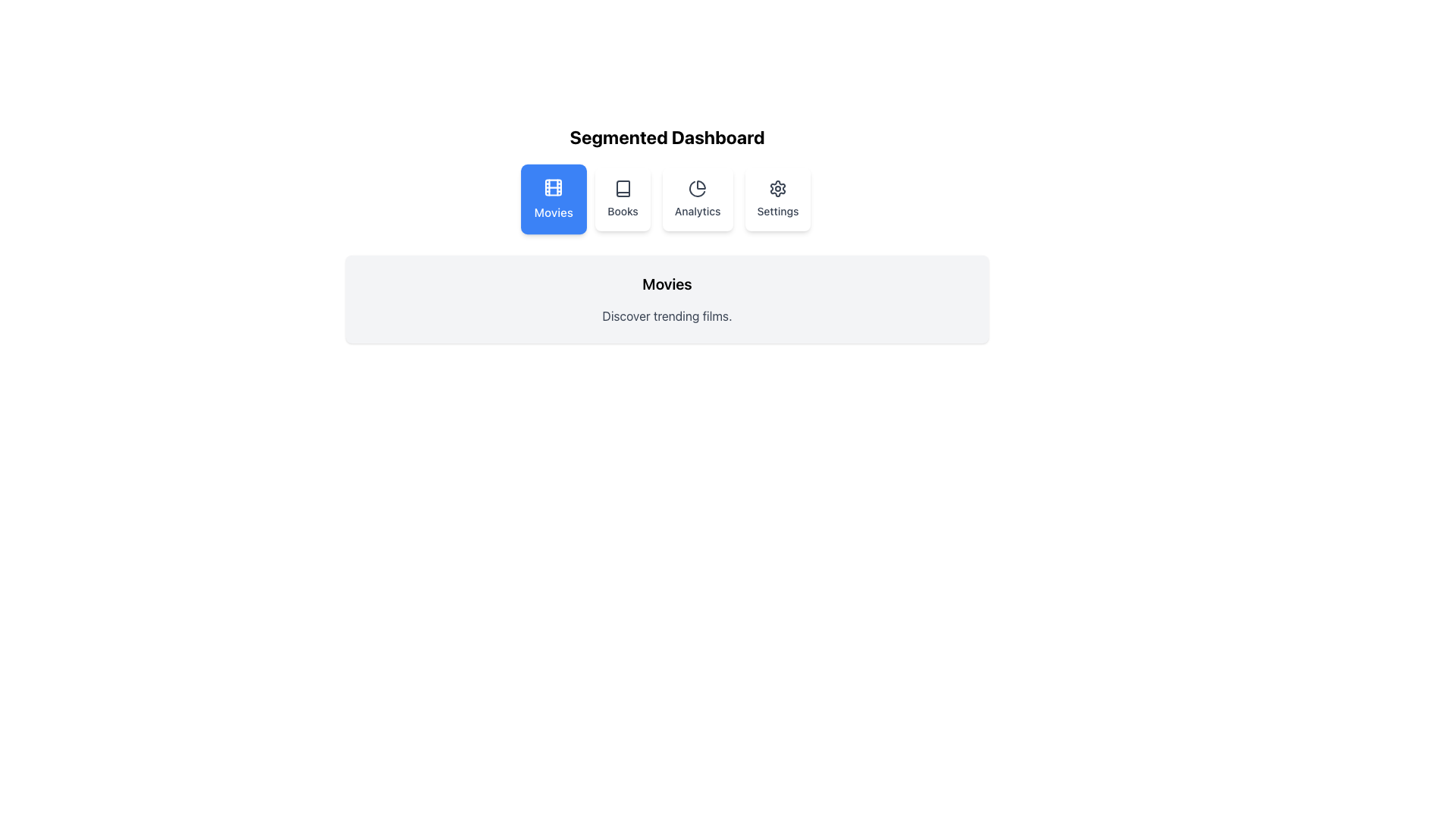  I want to click on the Decorative Rectangle located in the 'Movies' section of the segmented control, so click(552, 187).